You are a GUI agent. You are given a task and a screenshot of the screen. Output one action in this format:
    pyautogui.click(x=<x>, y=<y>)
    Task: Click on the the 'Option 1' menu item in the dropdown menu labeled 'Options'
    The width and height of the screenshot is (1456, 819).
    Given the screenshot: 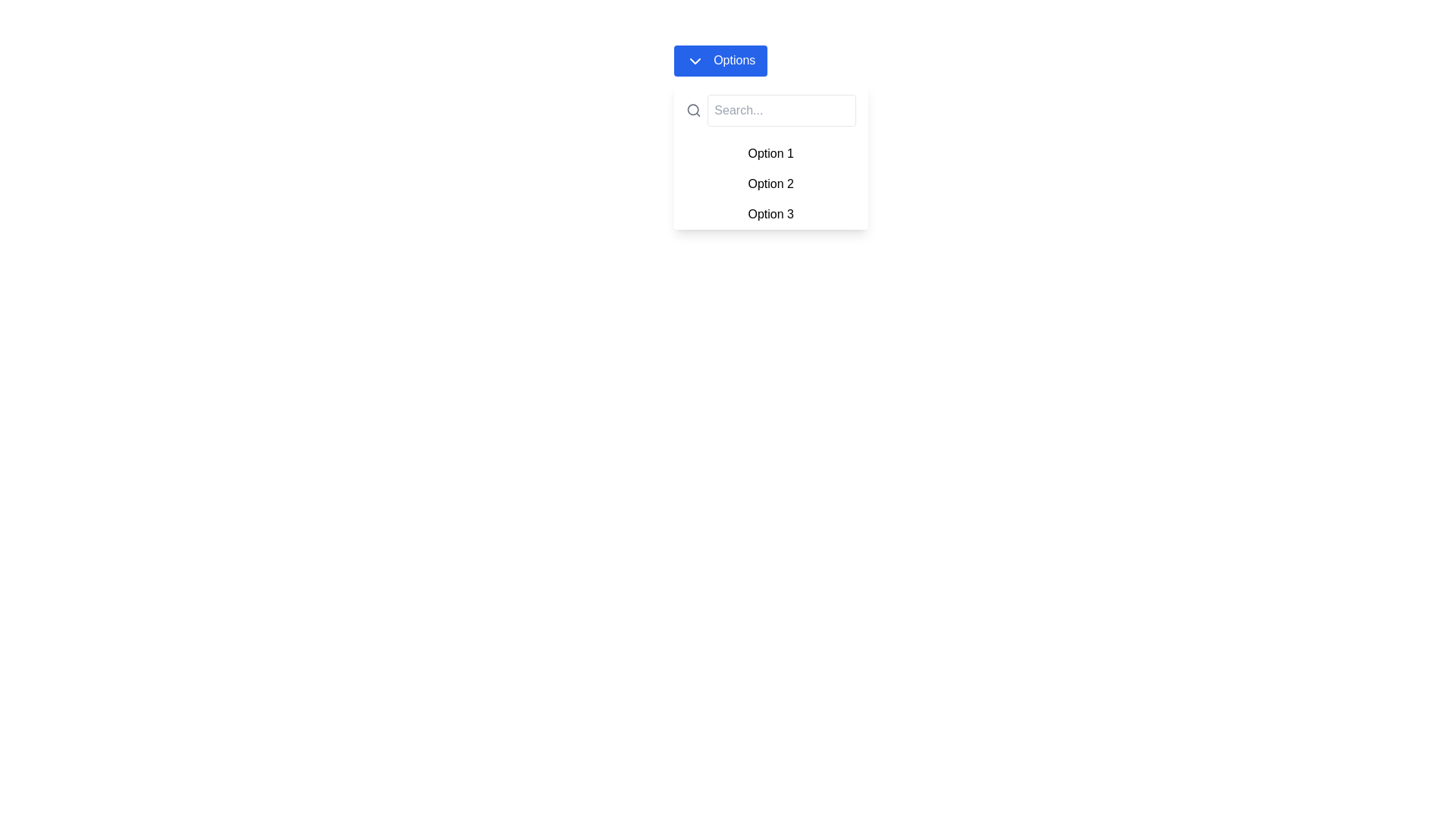 What is the action you would take?
    pyautogui.click(x=770, y=153)
    